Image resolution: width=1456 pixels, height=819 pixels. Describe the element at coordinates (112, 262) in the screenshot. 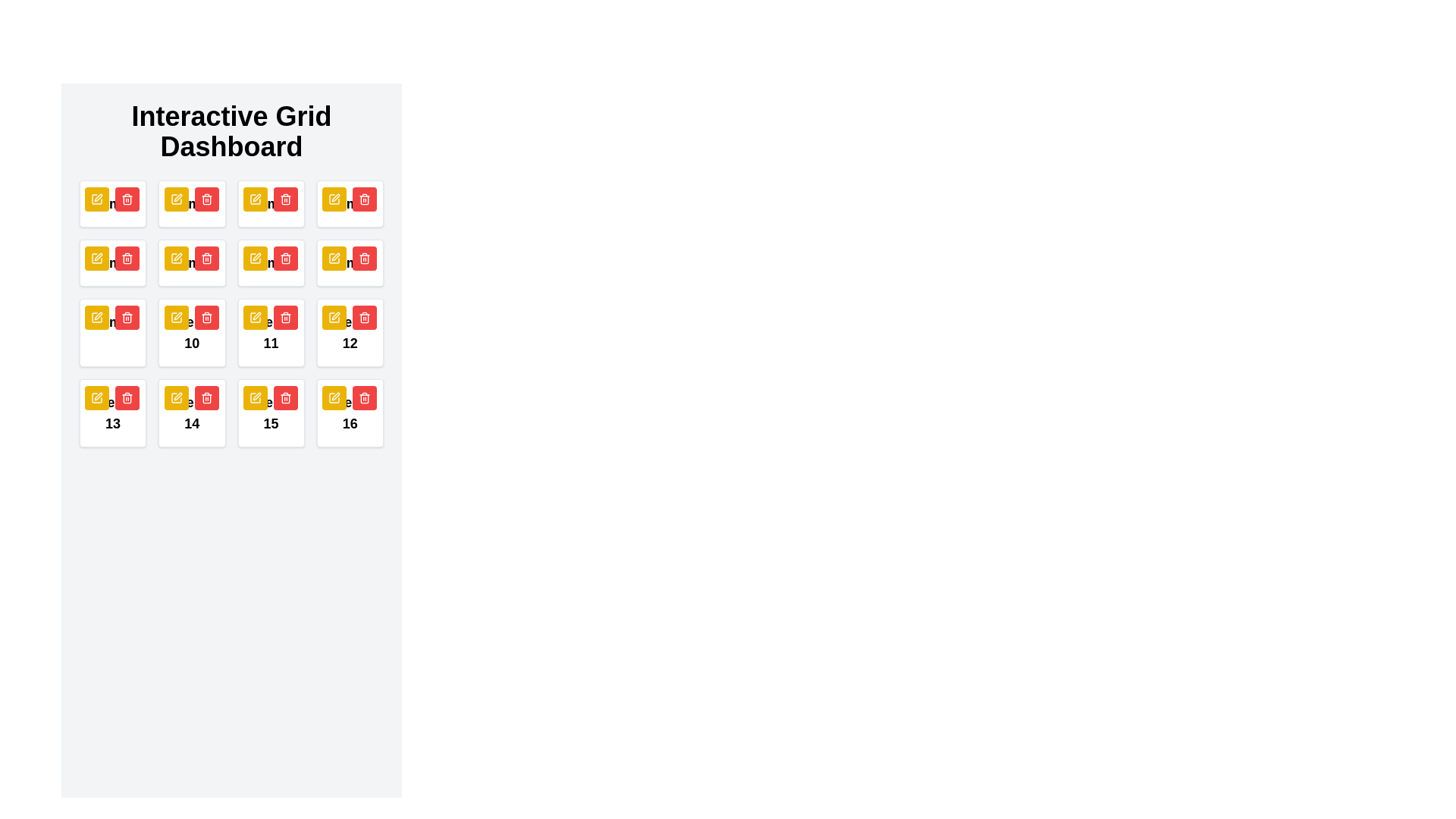

I see `the stylized edit icon within the yellow square button located on the fifth card of the 'Interactive Grid Dashboard' to initiate editing` at that location.